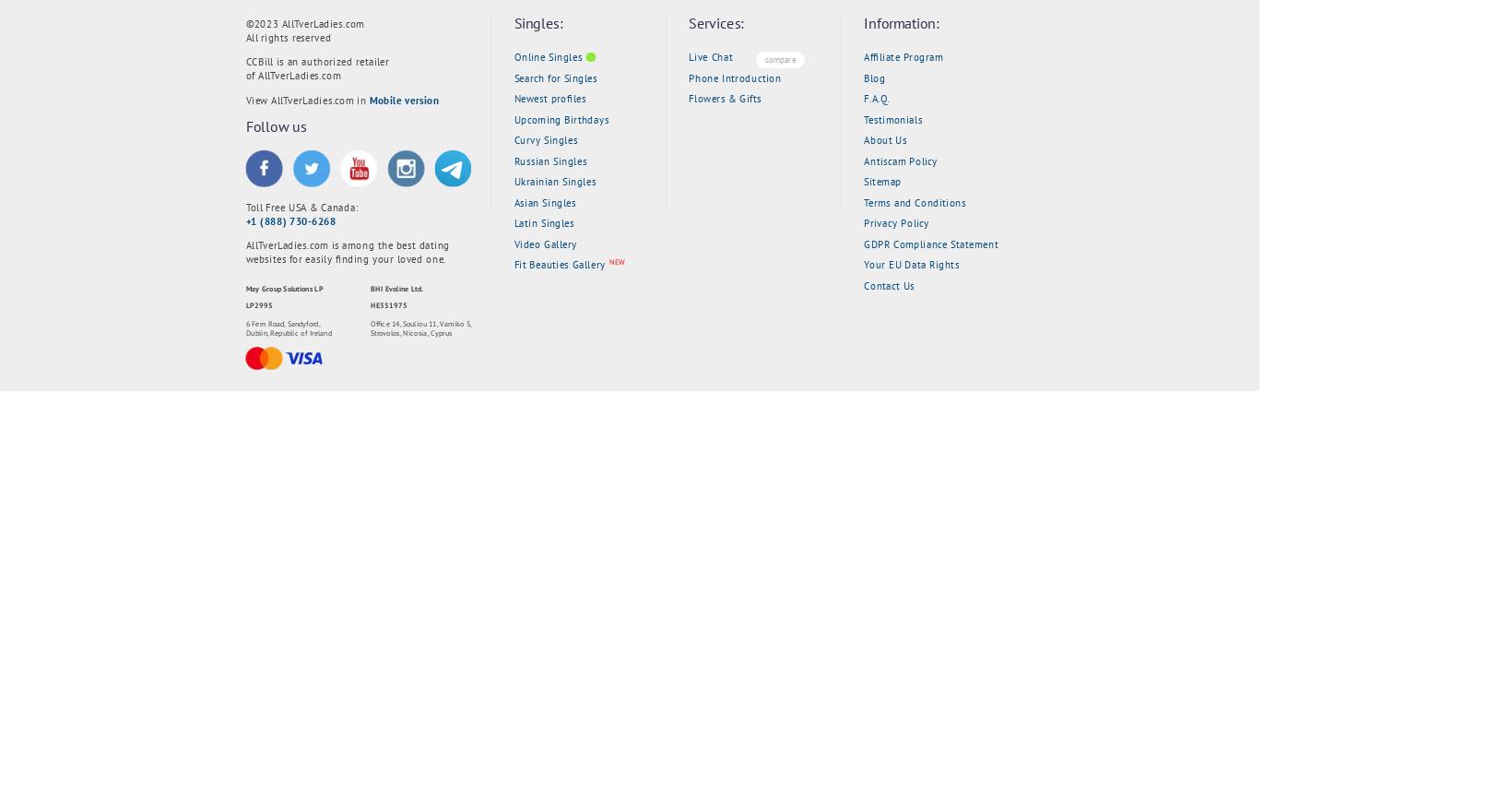 This screenshot has width=1512, height=785. What do you see at coordinates (915, 202) in the screenshot?
I see `'Terms and Conditions'` at bounding box center [915, 202].